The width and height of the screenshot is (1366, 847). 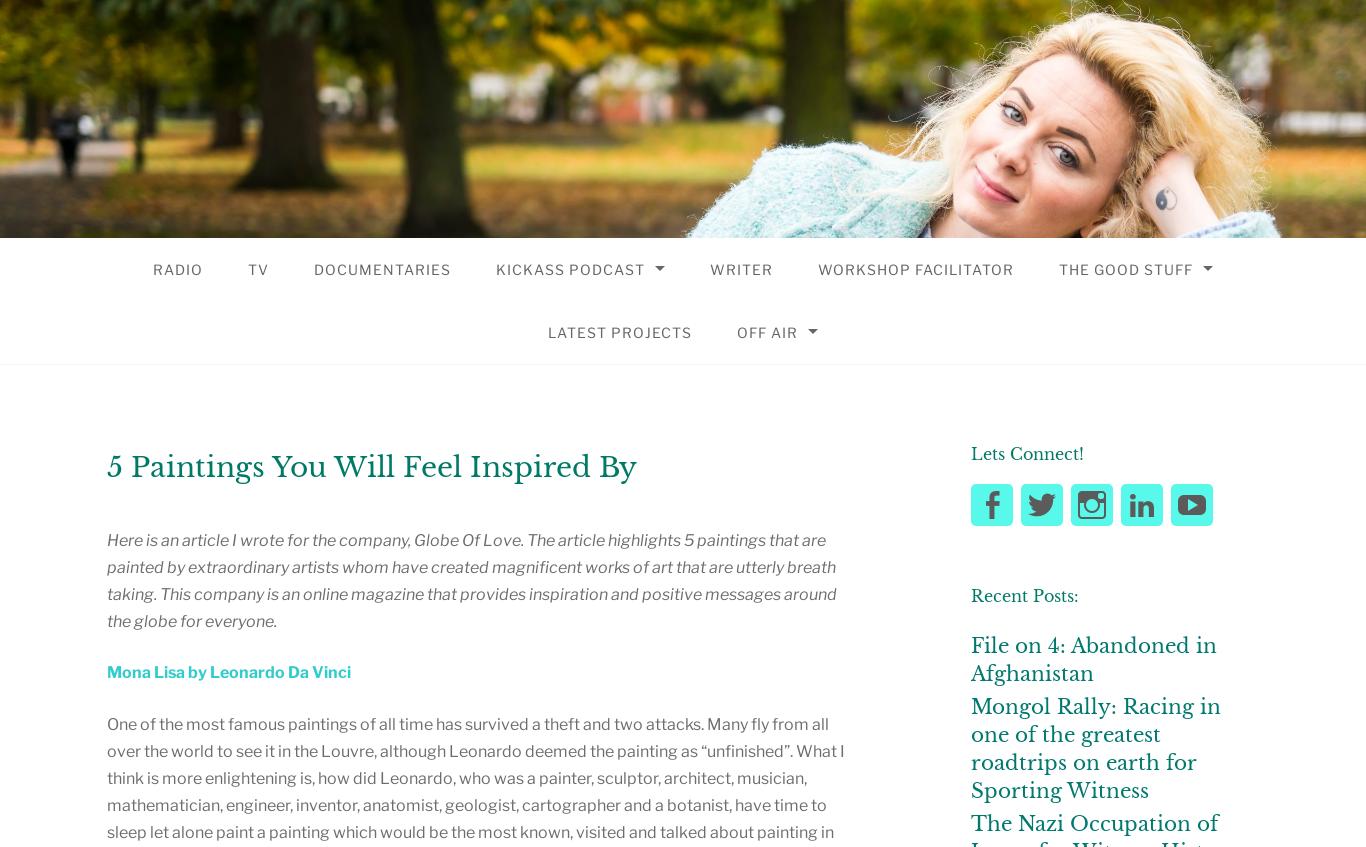 I want to click on 'TV', so click(x=248, y=268).